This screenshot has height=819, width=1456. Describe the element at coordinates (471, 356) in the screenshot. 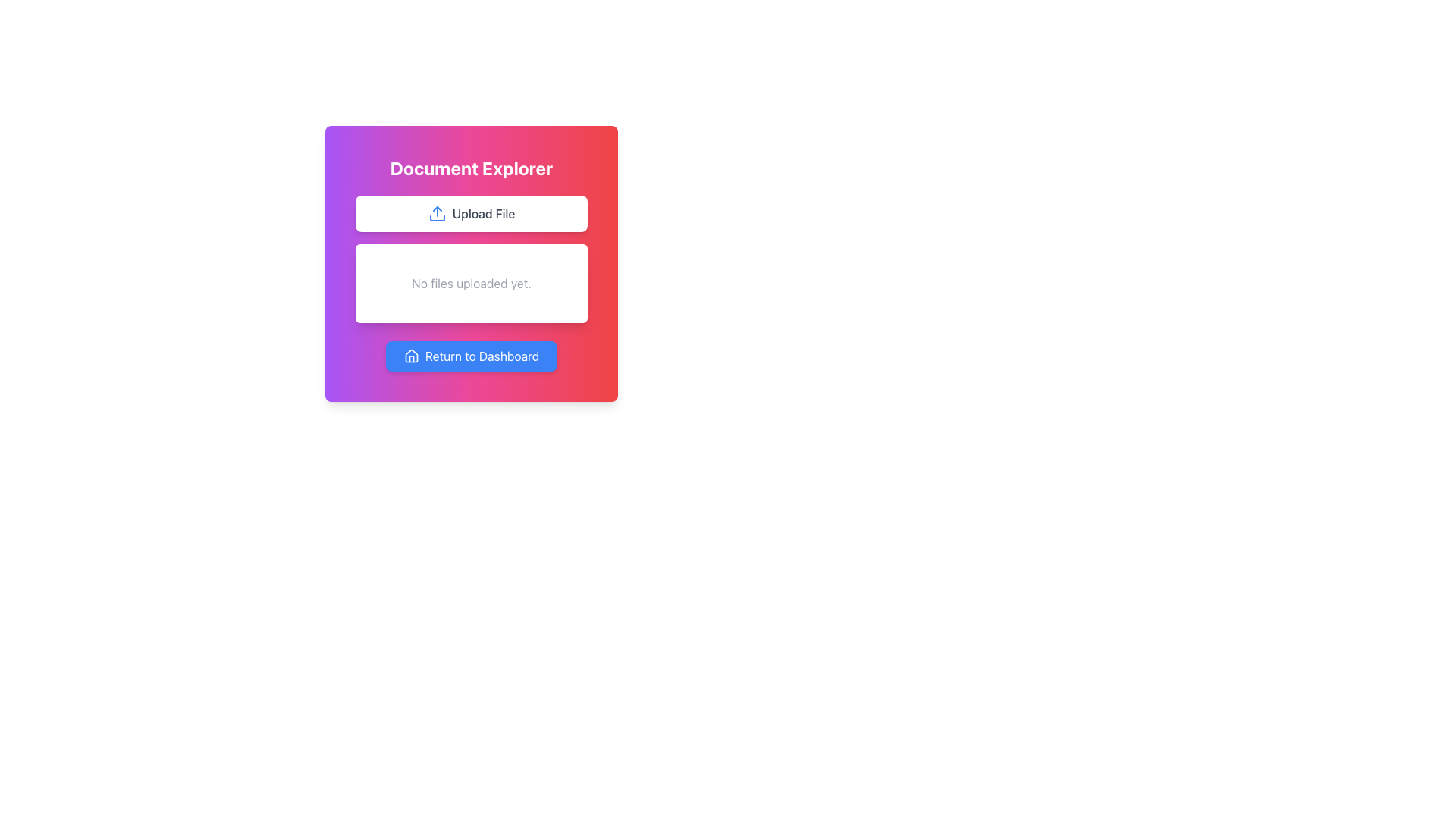

I see `the blue 'Return to Dashboard' button with white text and a house icon, located at the bottom of the 'Document Explorer' card interface` at that location.